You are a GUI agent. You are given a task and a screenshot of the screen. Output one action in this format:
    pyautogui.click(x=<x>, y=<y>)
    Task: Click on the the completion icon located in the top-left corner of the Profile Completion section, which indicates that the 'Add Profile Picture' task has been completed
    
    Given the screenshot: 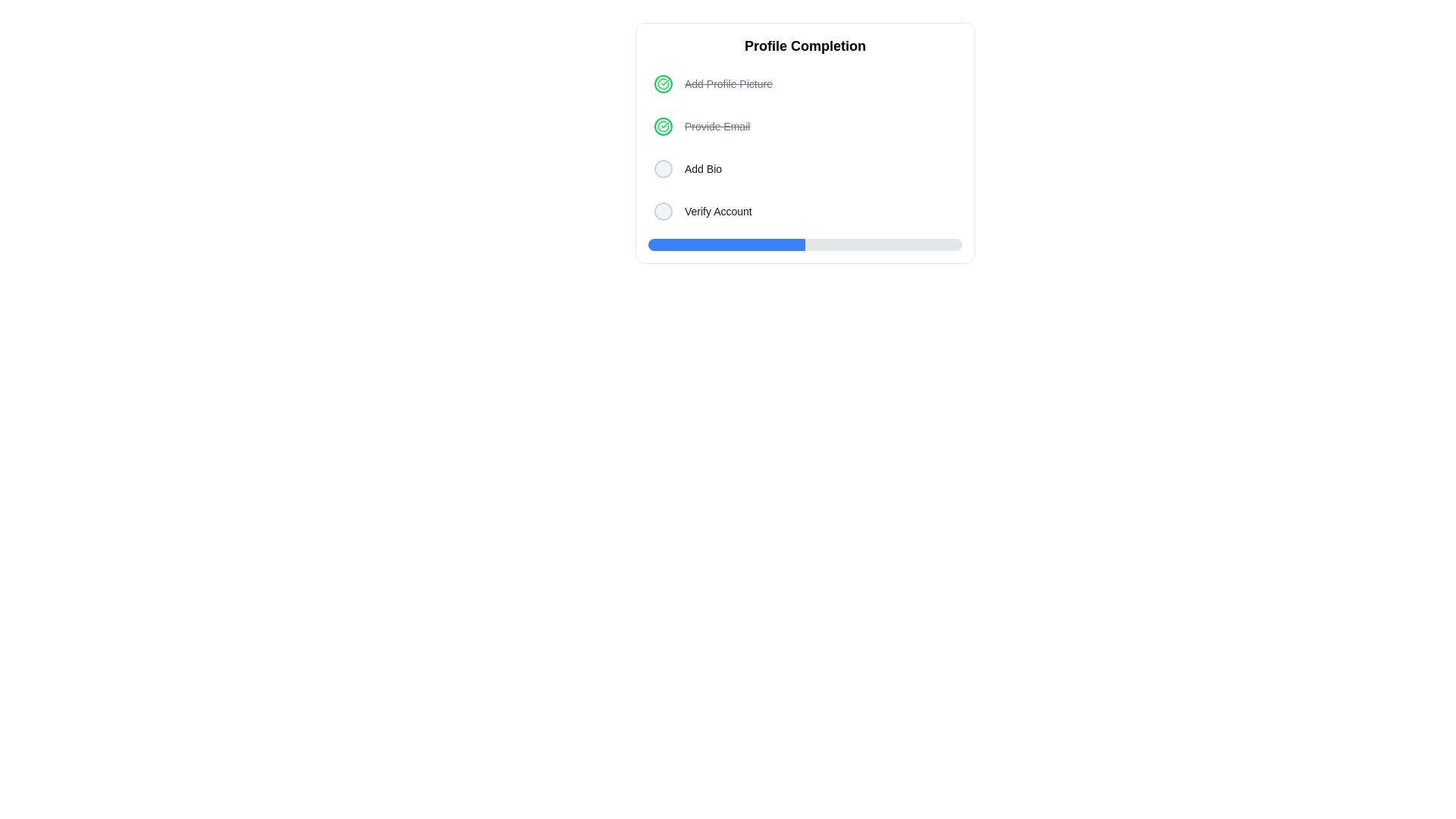 What is the action you would take?
    pyautogui.click(x=663, y=125)
    